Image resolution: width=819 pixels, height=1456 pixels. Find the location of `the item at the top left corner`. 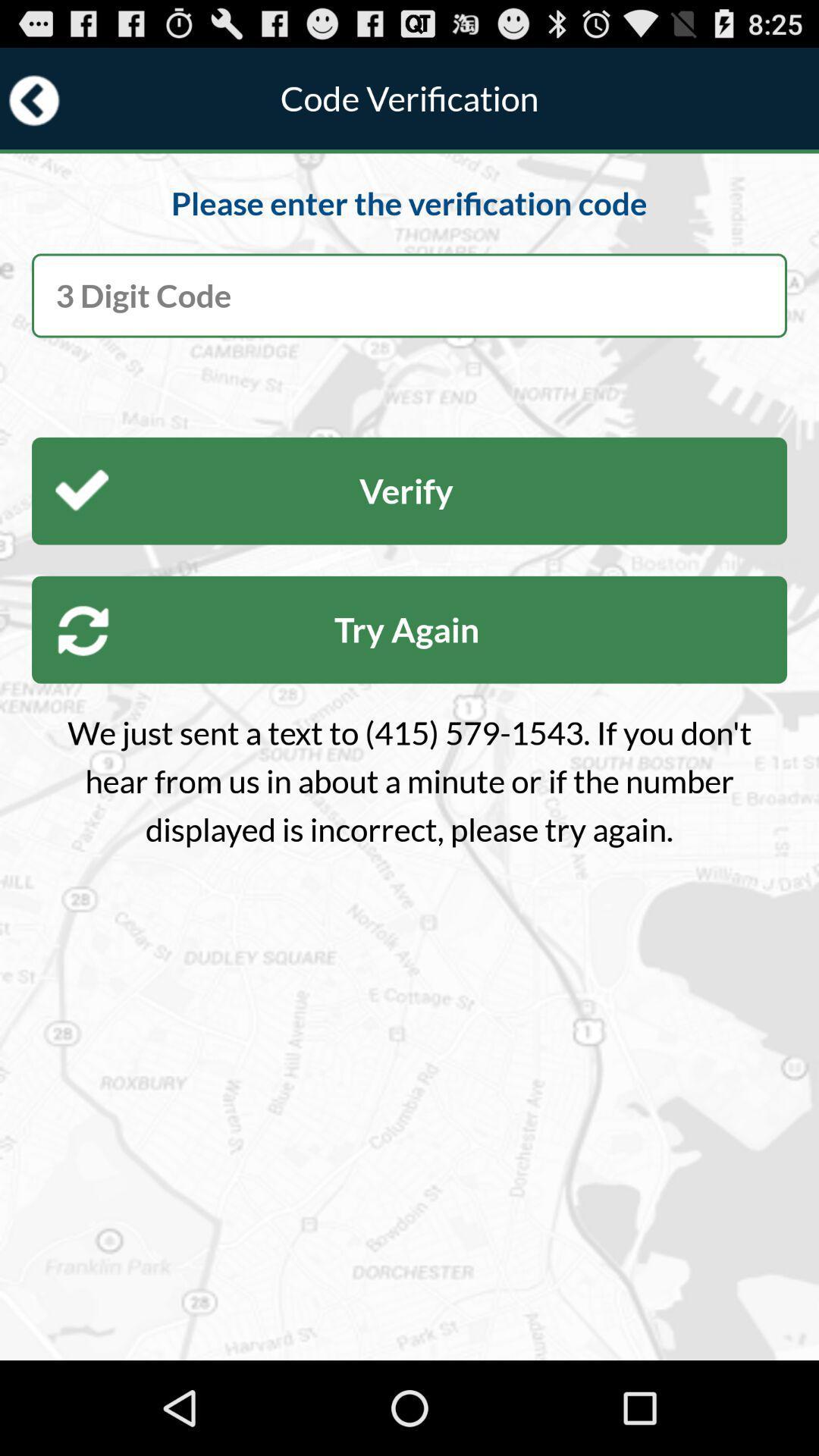

the item at the top left corner is located at coordinates (34, 99).